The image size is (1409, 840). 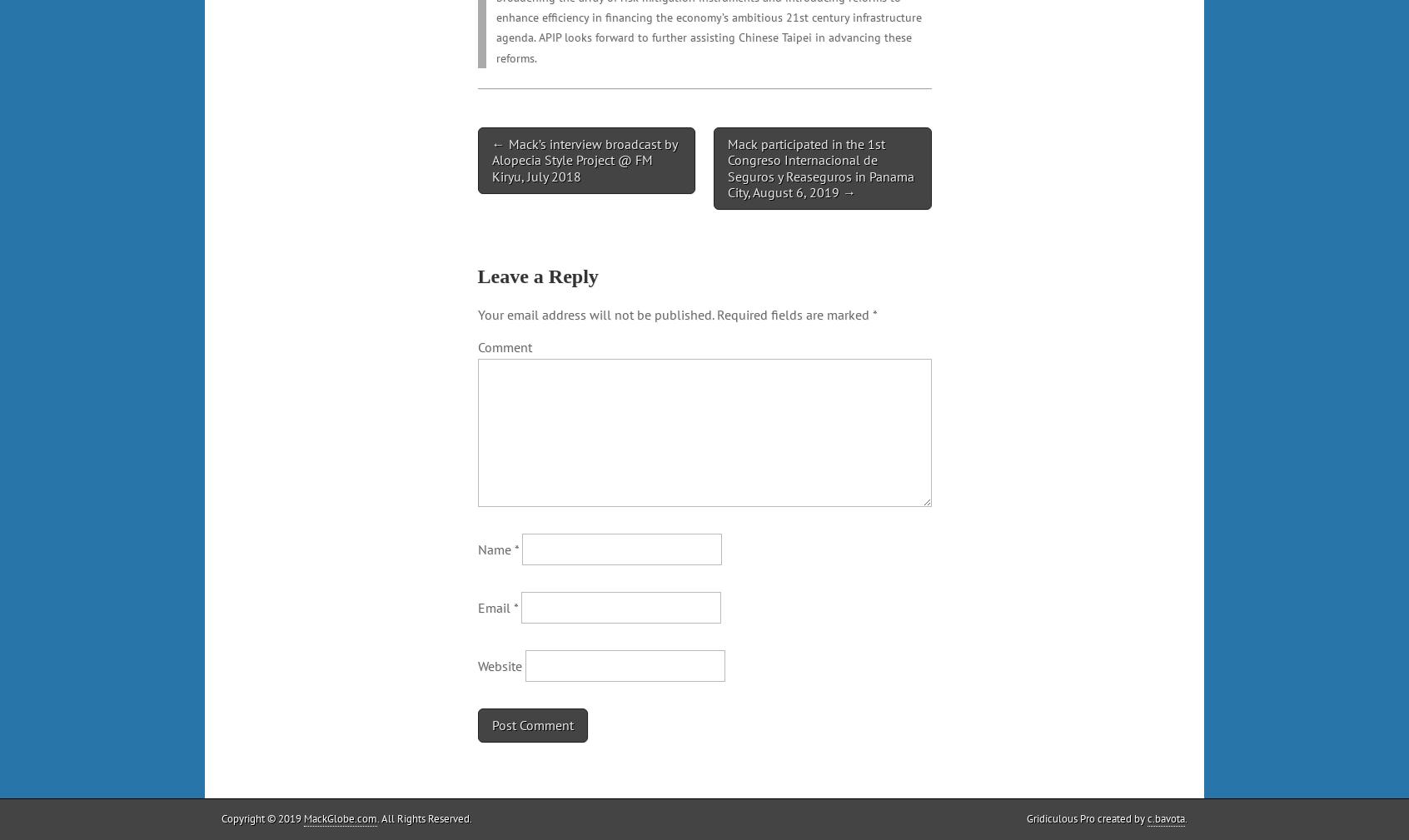 I want to click on '← Mack’s interview broadcast by Alopecia Style Project @ FM Kiryu, July 2018', so click(x=584, y=159).